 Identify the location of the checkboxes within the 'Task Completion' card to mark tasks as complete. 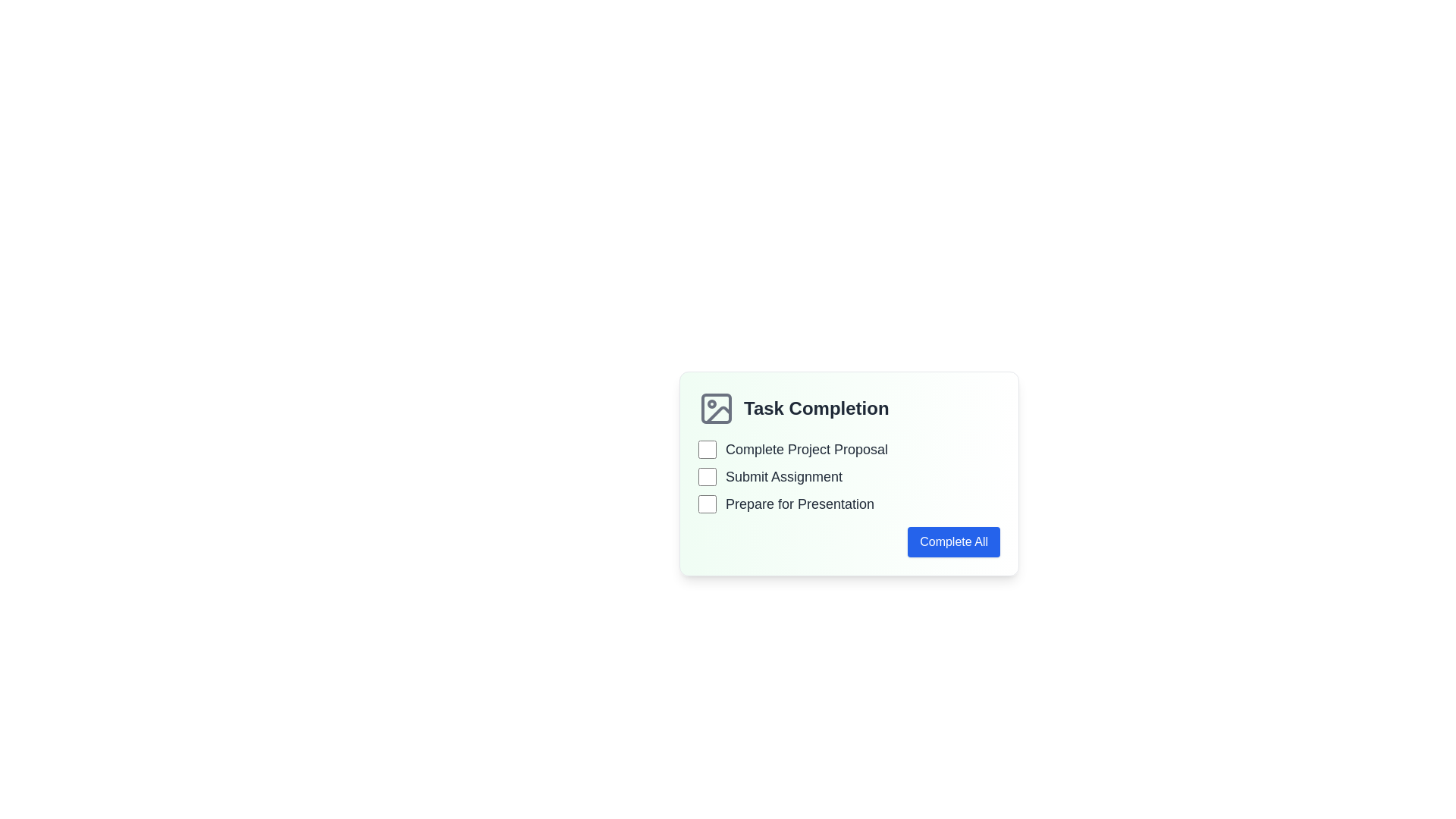
(848, 472).